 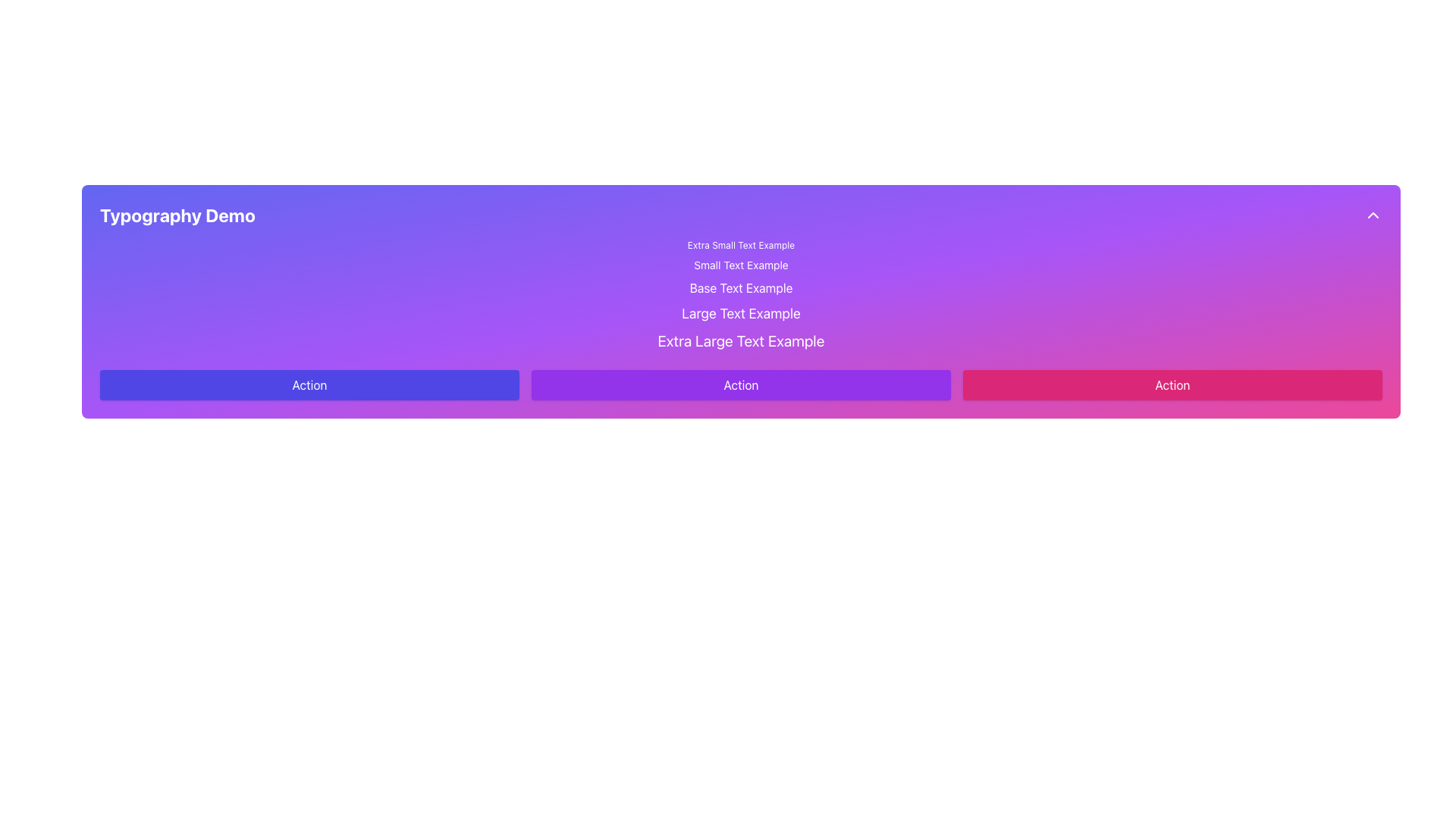 What do you see at coordinates (741, 265) in the screenshot?
I see `the Text Label displaying 'Small Text Example'` at bounding box center [741, 265].